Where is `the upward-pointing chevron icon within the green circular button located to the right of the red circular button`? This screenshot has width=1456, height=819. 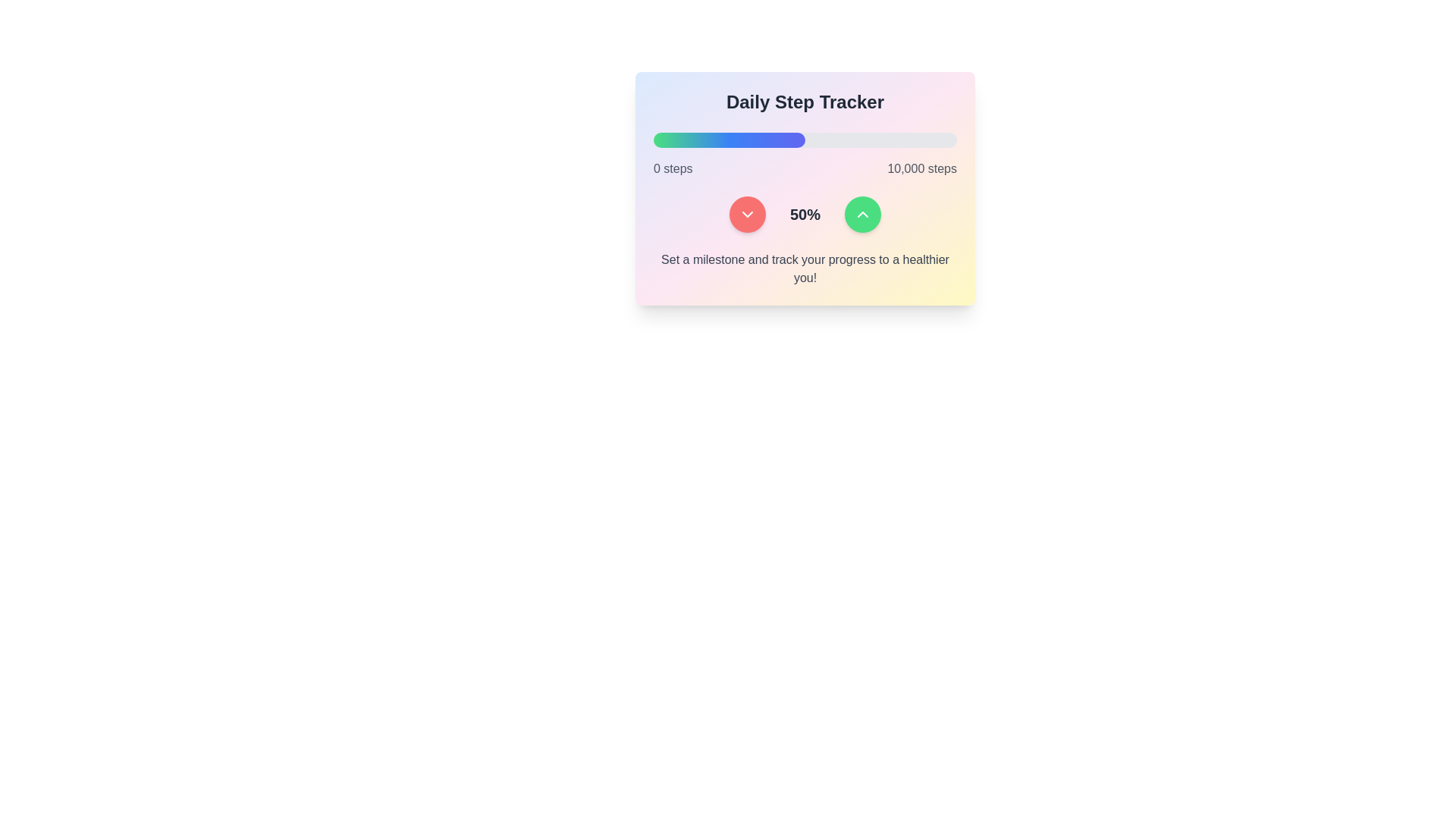 the upward-pointing chevron icon within the green circular button located to the right of the red circular button is located at coordinates (862, 214).